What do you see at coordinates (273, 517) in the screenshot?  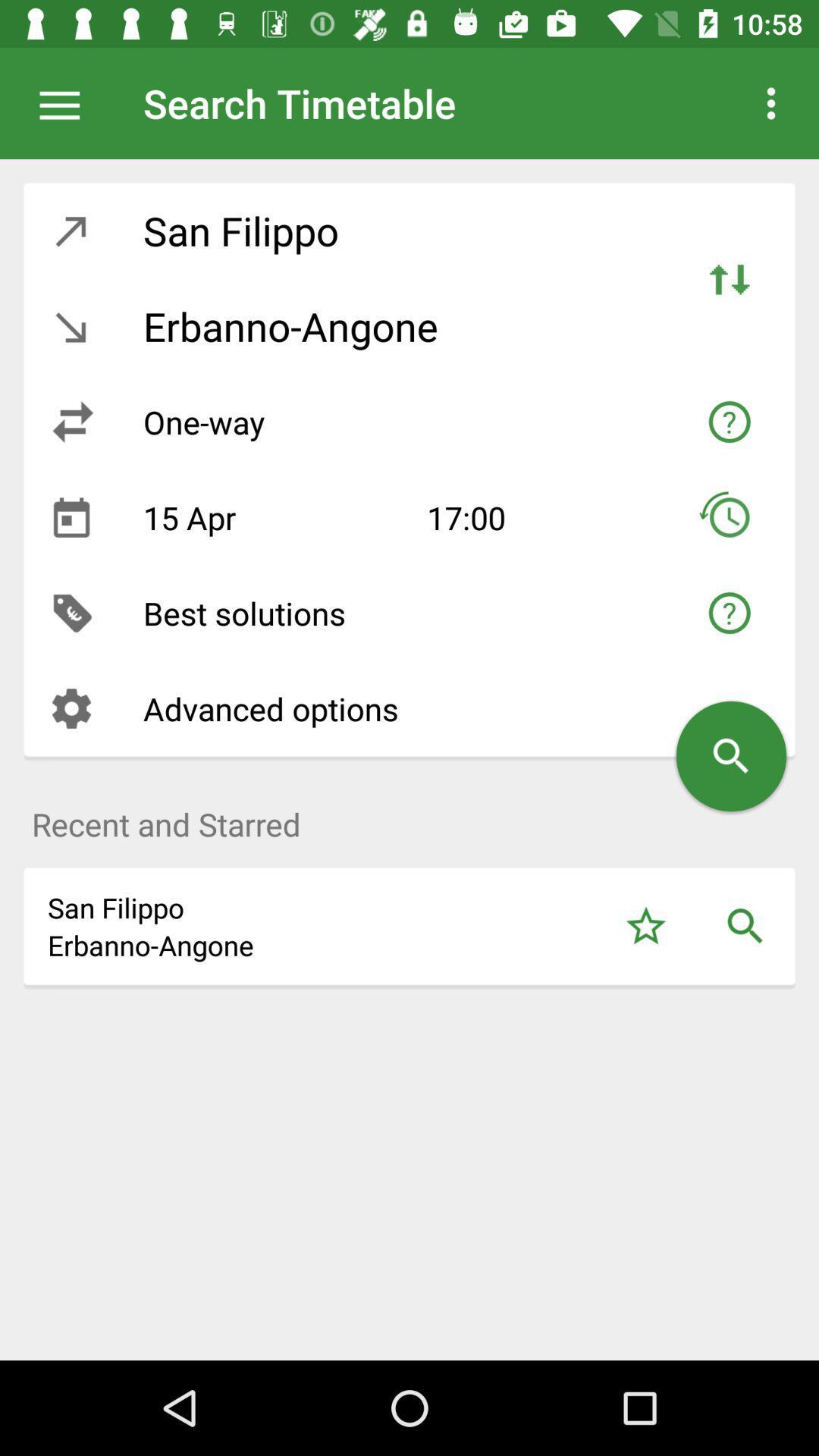 I see `the 15 apr` at bounding box center [273, 517].